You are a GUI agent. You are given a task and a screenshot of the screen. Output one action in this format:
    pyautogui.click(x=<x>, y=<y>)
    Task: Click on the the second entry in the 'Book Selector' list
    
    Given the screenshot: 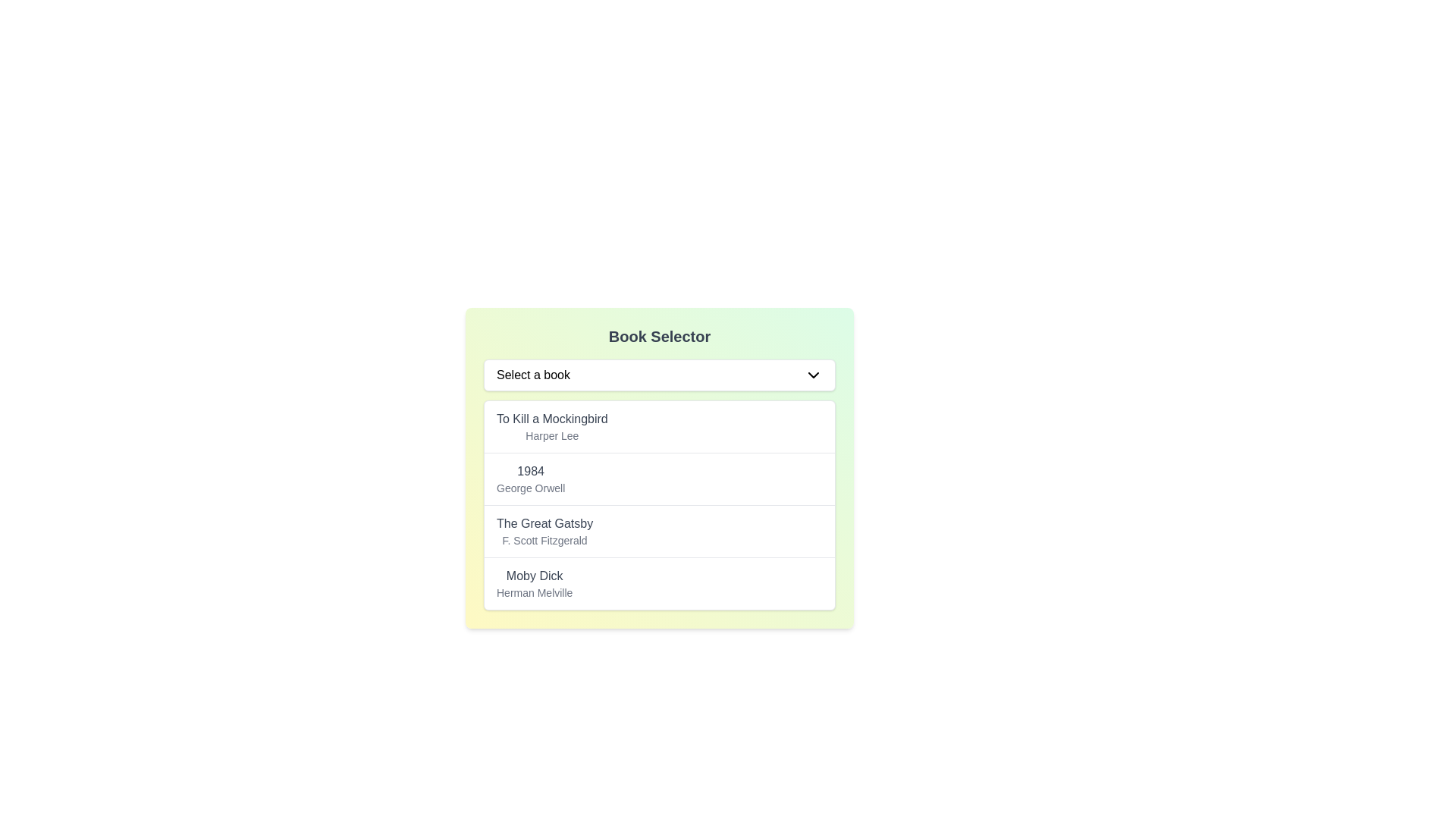 What is the action you would take?
    pyautogui.click(x=531, y=479)
    